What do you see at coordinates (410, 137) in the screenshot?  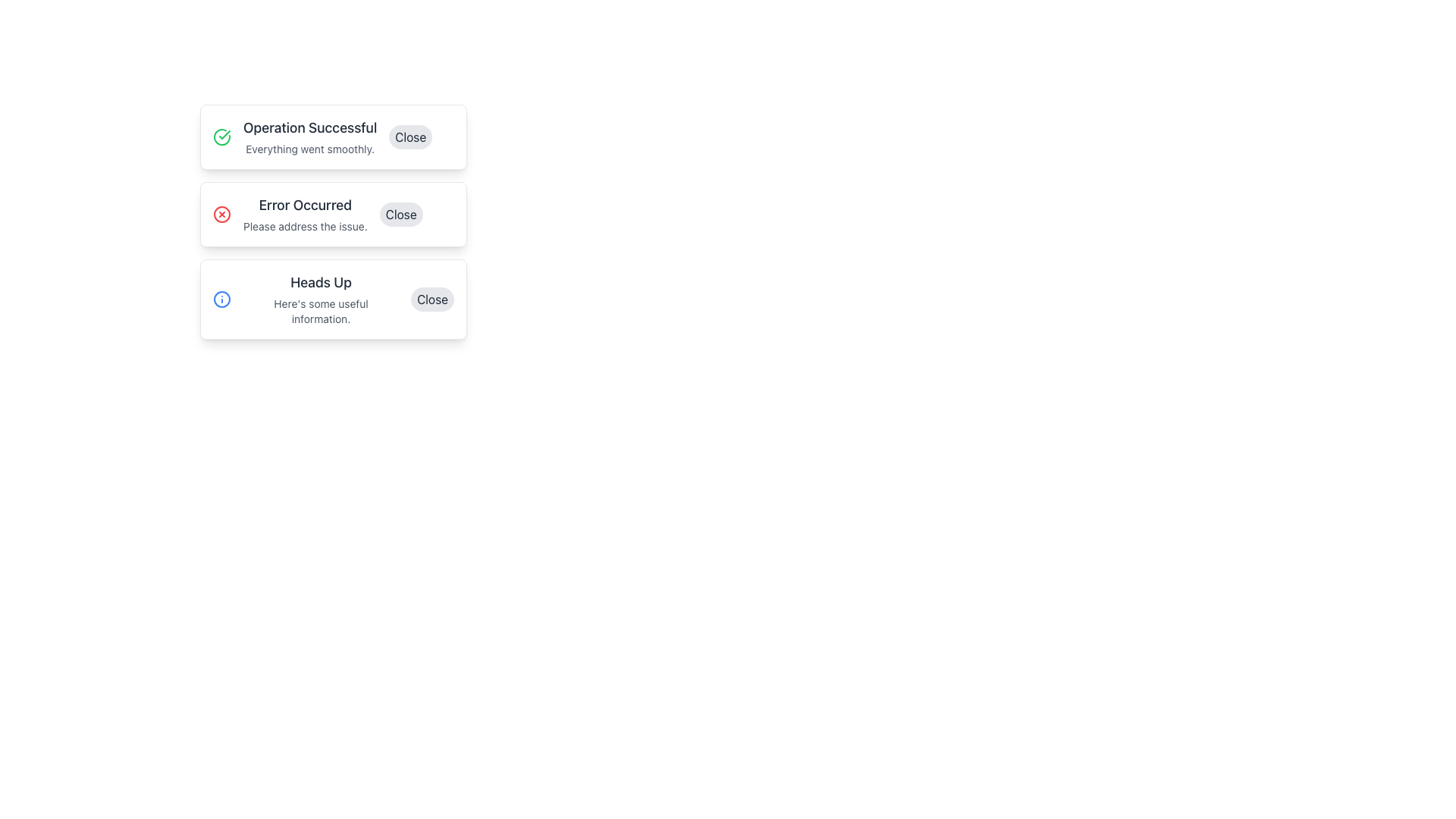 I see `the 'Close' button with a gray background in the notification card titled 'Operation Successful' to trigger the background color change` at bounding box center [410, 137].